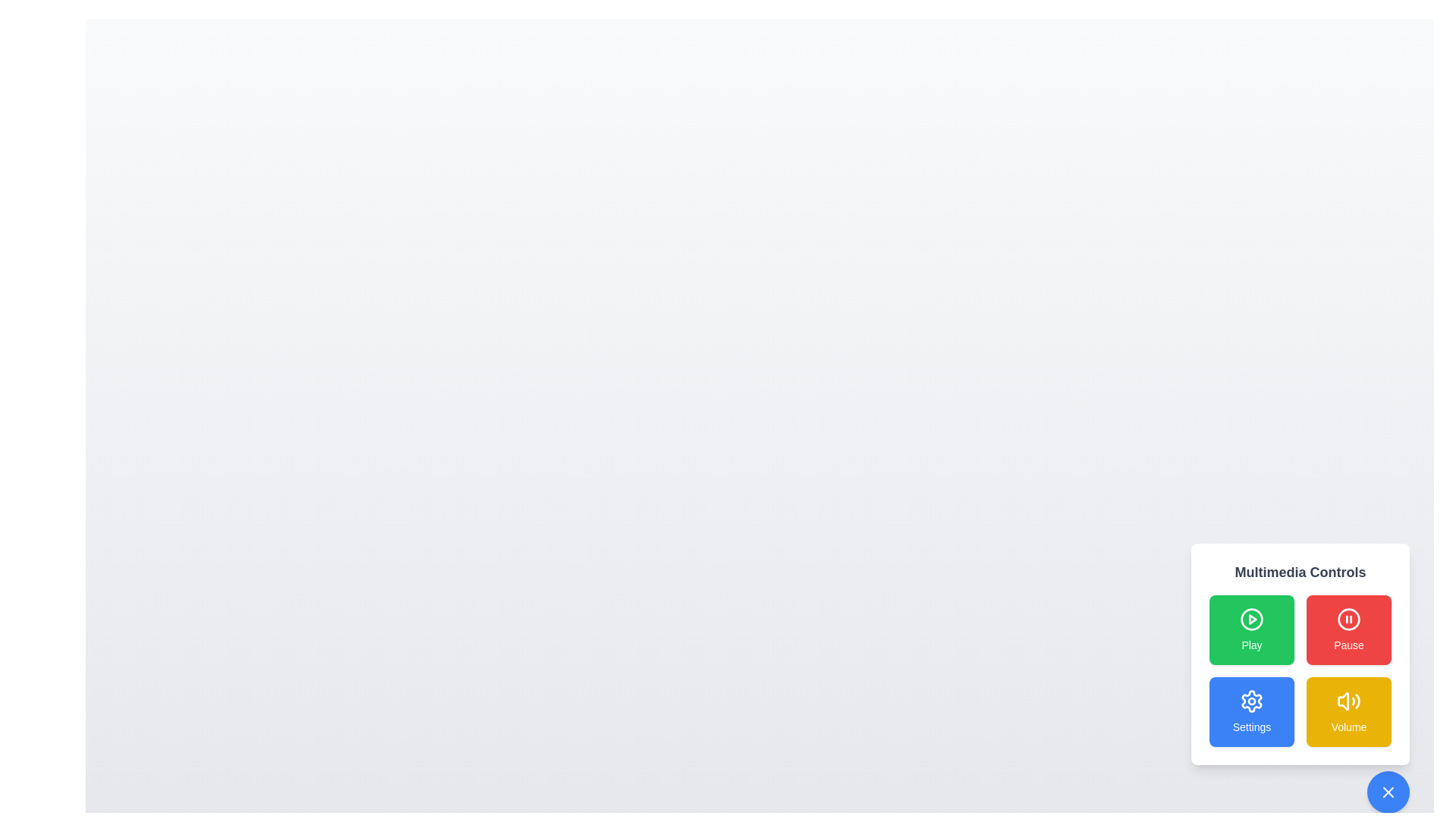  Describe the element at coordinates (1252, 701) in the screenshot. I see `the settings icon located within the blue 'Settings' button in the bottom-left corner of the multimedia controls` at that location.